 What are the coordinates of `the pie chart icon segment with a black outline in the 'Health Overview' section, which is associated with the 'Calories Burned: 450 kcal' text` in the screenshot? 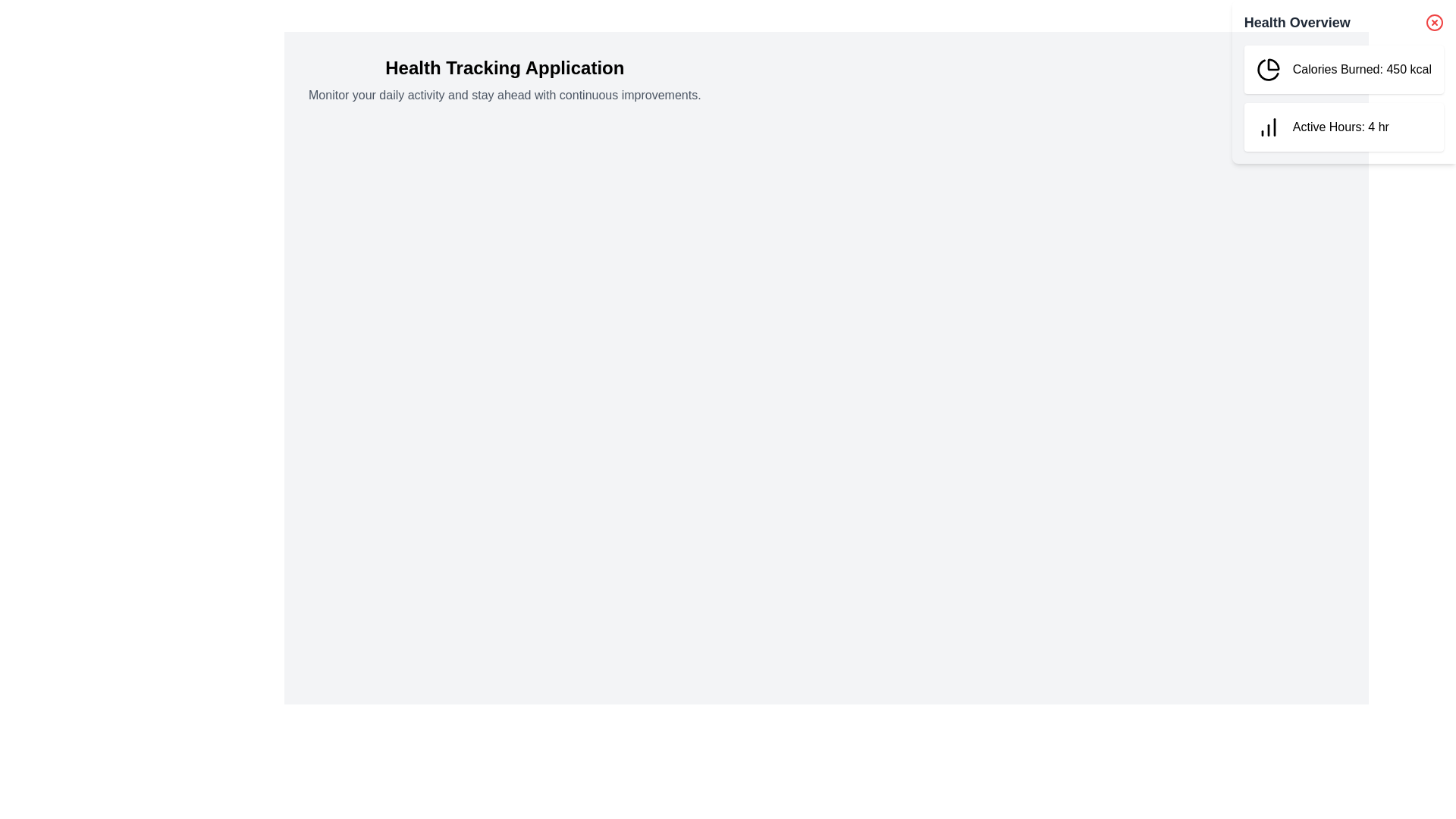 It's located at (1273, 64).